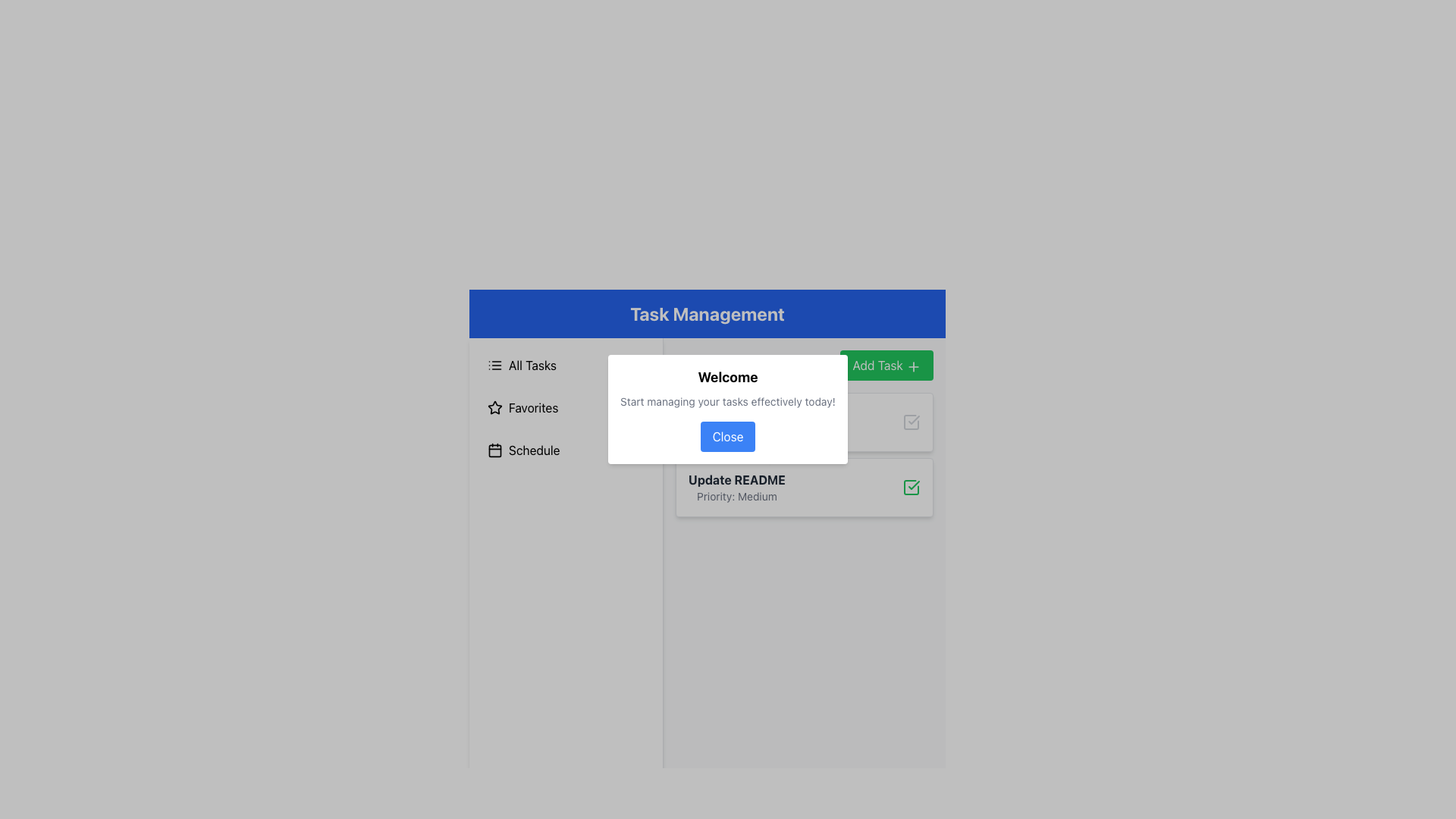  What do you see at coordinates (534, 450) in the screenshot?
I see `the 'Schedule' text label within the button` at bounding box center [534, 450].